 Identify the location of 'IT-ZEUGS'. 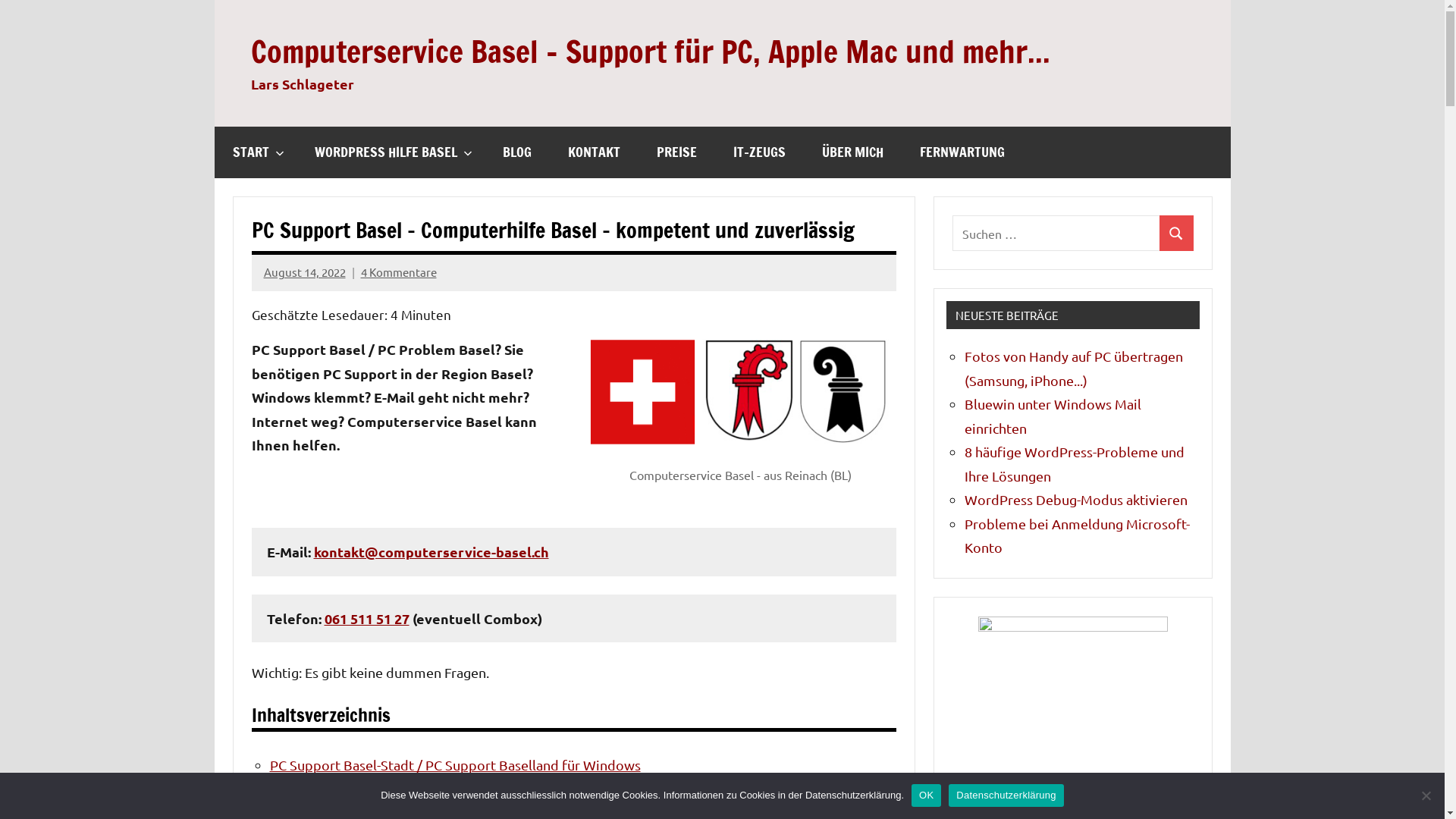
(758, 152).